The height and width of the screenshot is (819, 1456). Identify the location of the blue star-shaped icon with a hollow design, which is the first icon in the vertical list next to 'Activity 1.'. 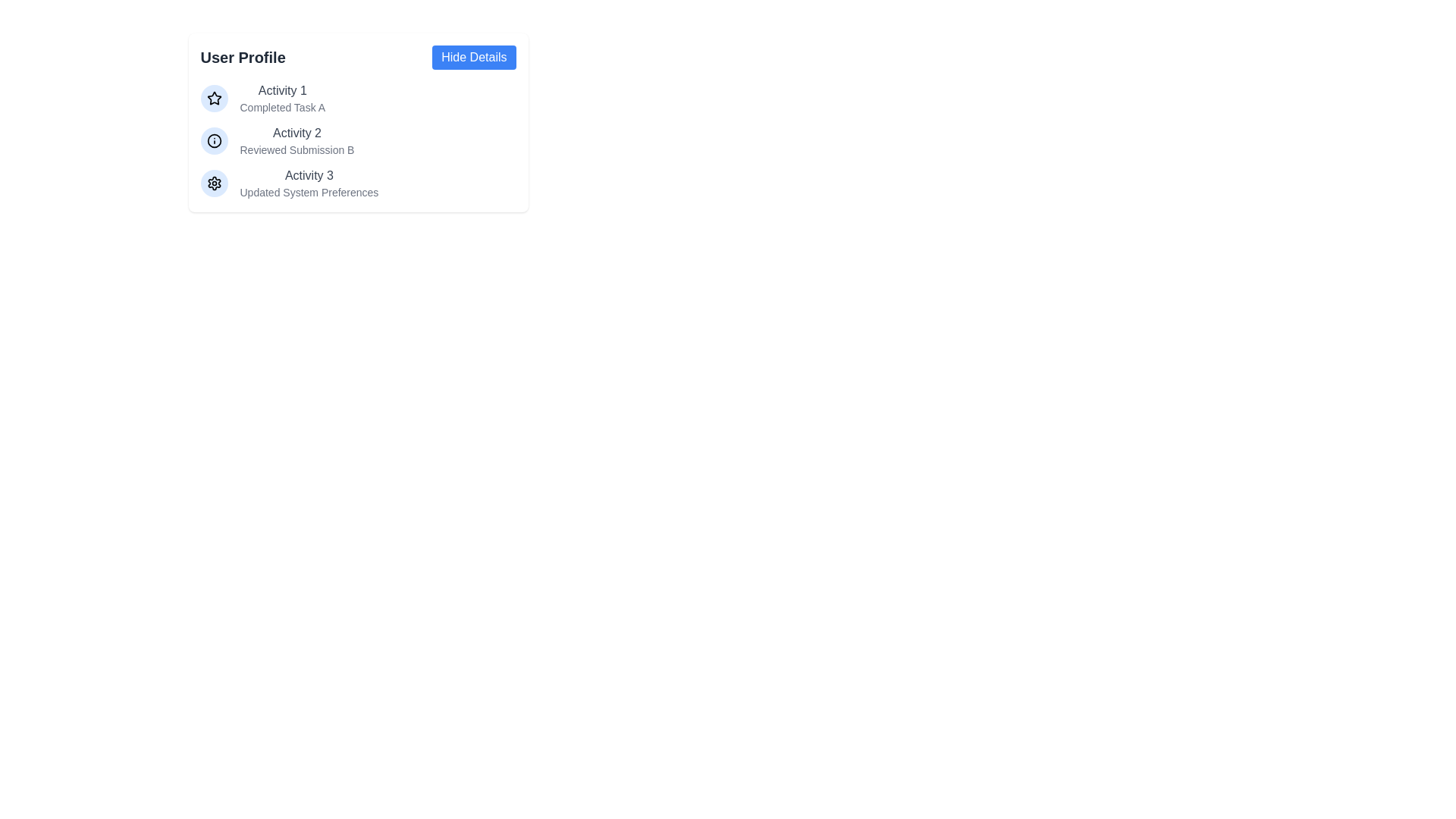
(213, 99).